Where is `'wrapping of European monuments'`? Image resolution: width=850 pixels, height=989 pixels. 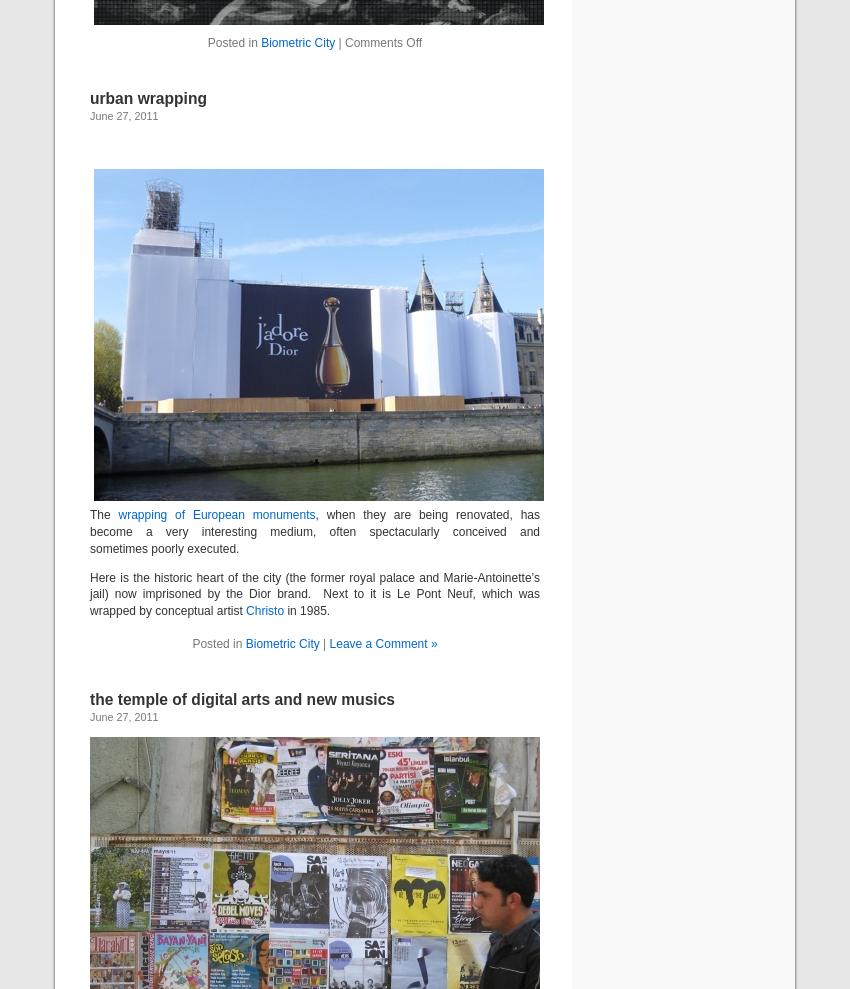 'wrapping of European monuments' is located at coordinates (216, 514).